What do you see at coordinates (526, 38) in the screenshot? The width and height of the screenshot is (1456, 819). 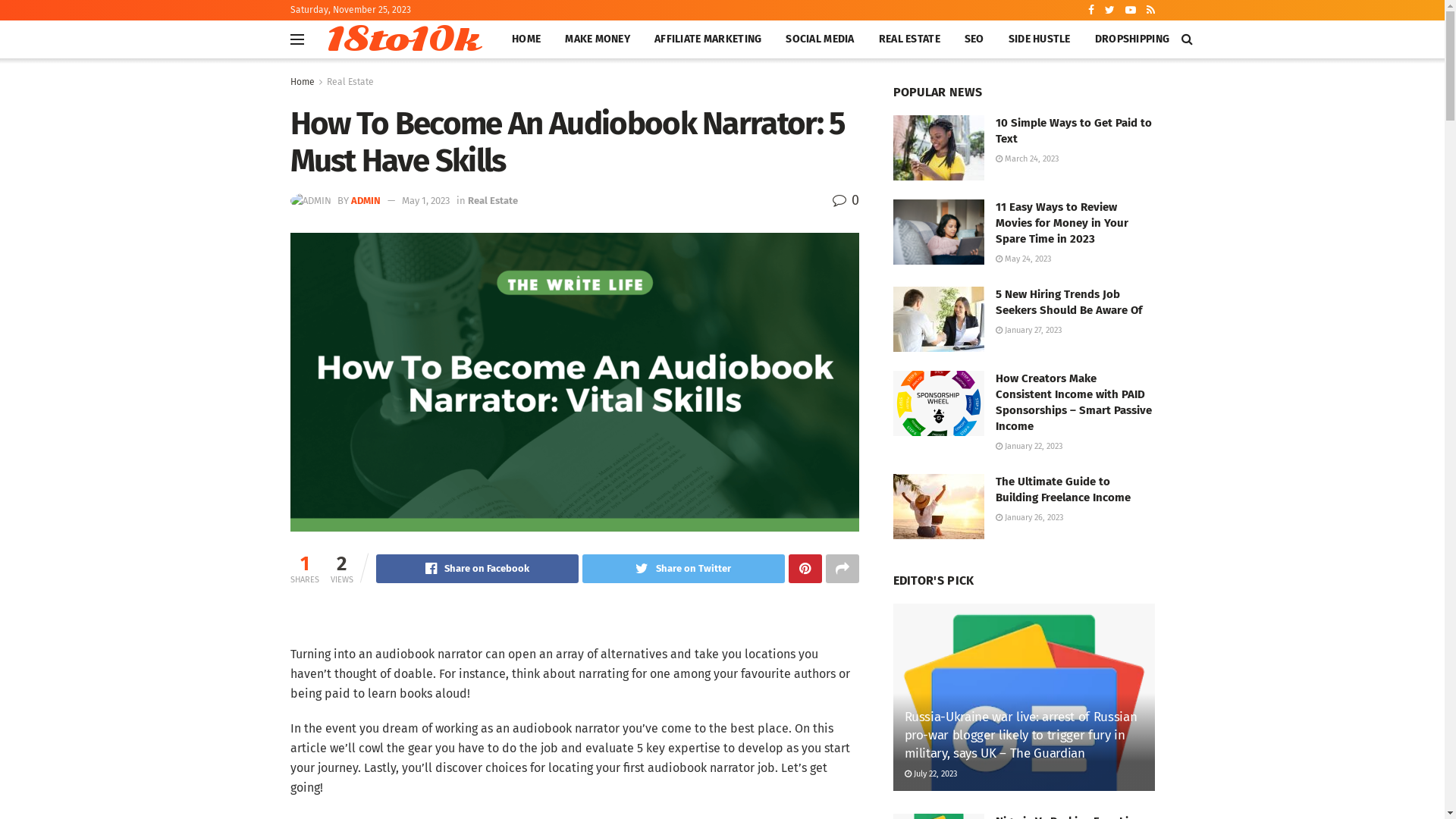 I see `'HOME'` at bounding box center [526, 38].